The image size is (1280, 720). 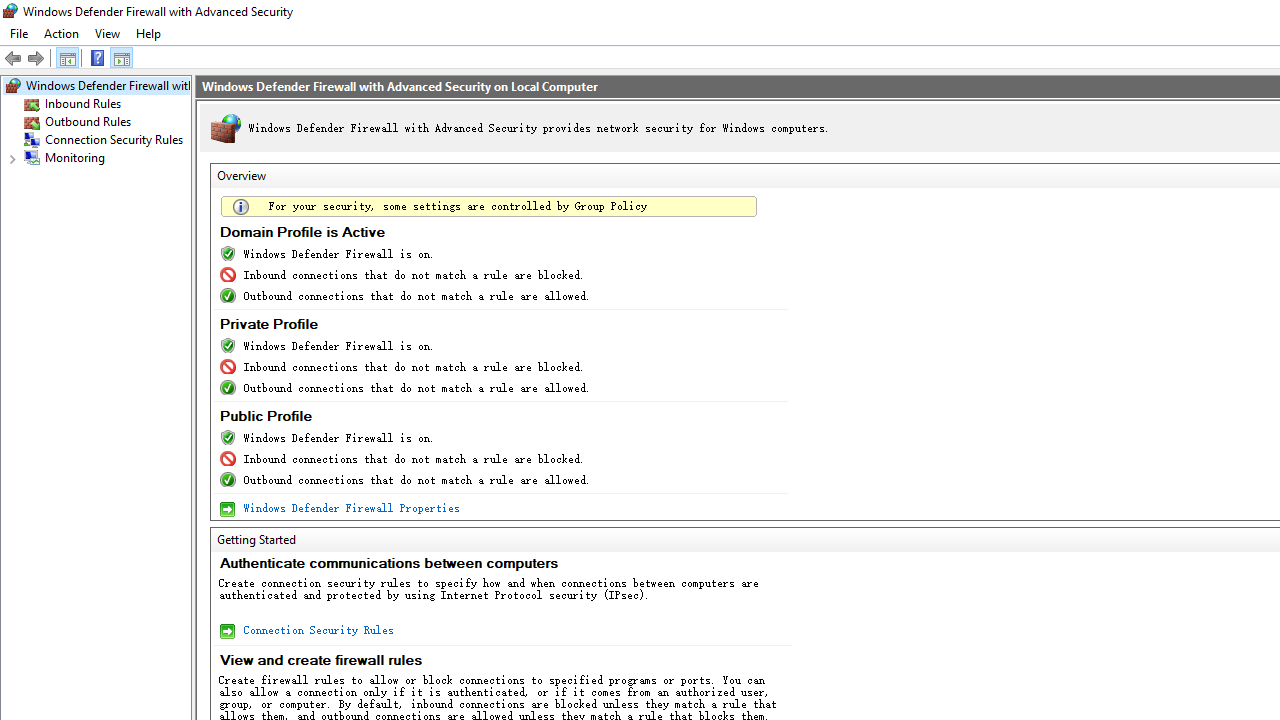 What do you see at coordinates (14, 56) in the screenshot?
I see `'Back'` at bounding box center [14, 56].